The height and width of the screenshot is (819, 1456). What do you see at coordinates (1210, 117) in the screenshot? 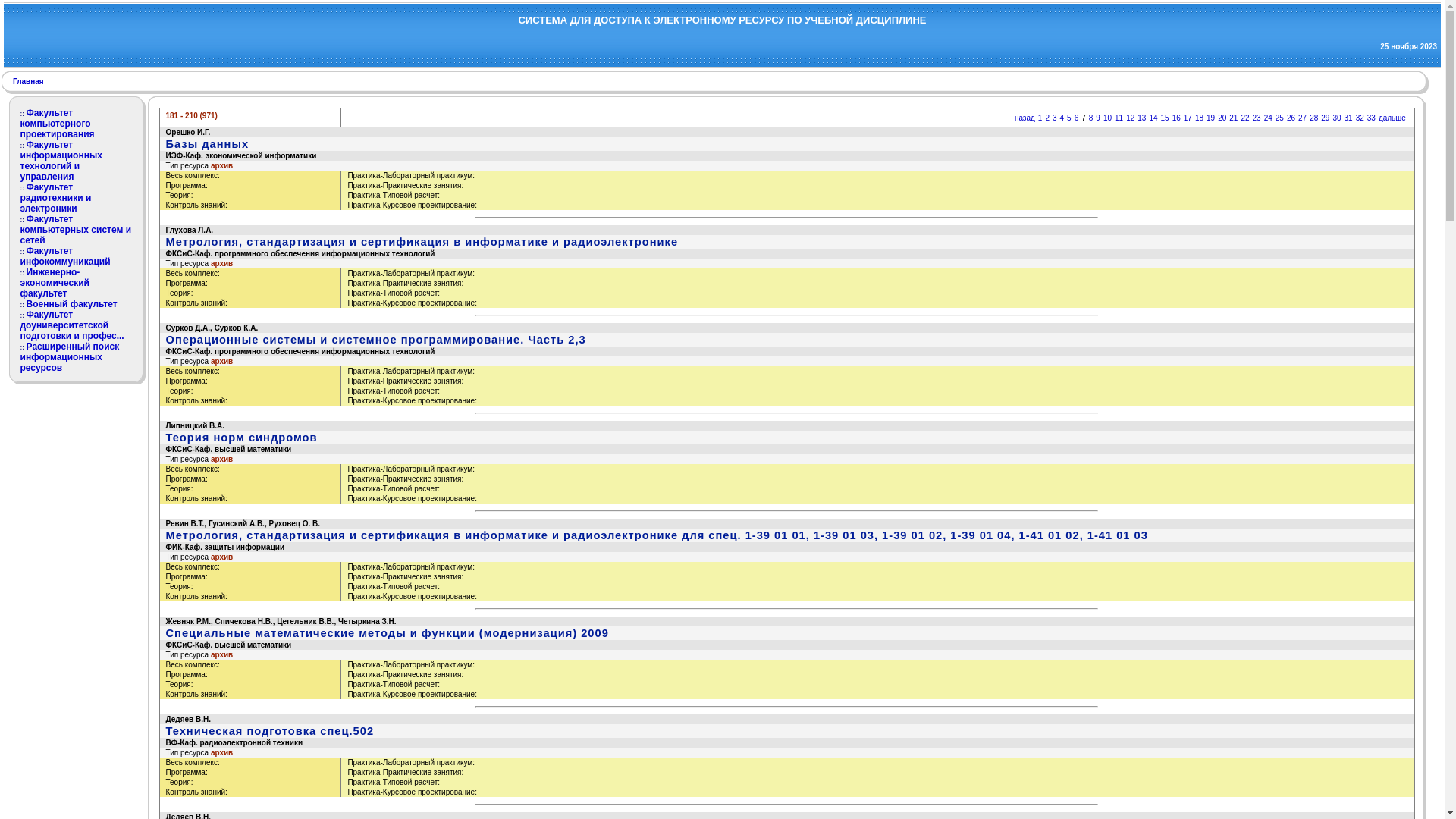
I see `'19'` at bounding box center [1210, 117].